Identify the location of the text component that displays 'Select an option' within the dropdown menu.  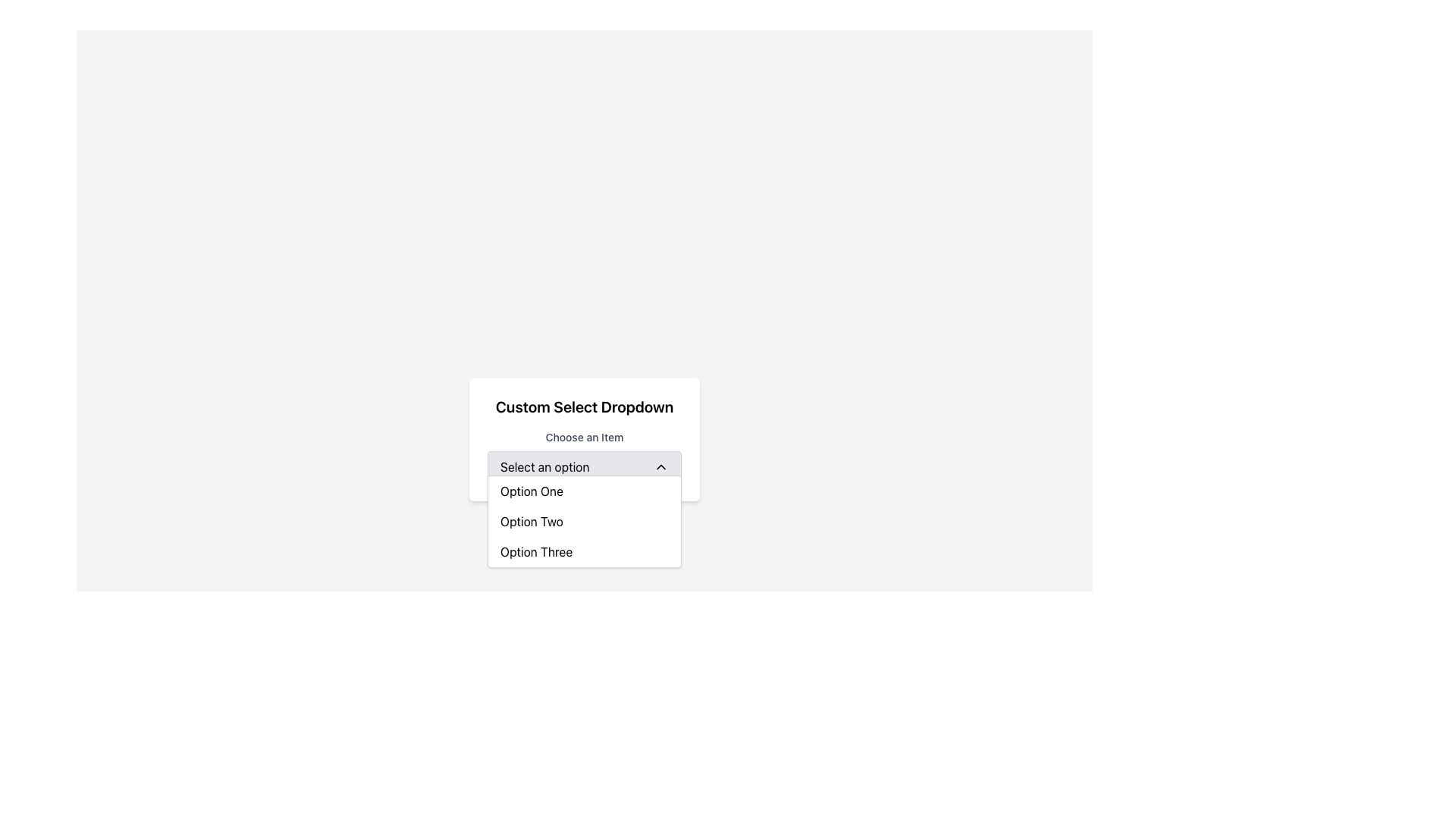
(544, 466).